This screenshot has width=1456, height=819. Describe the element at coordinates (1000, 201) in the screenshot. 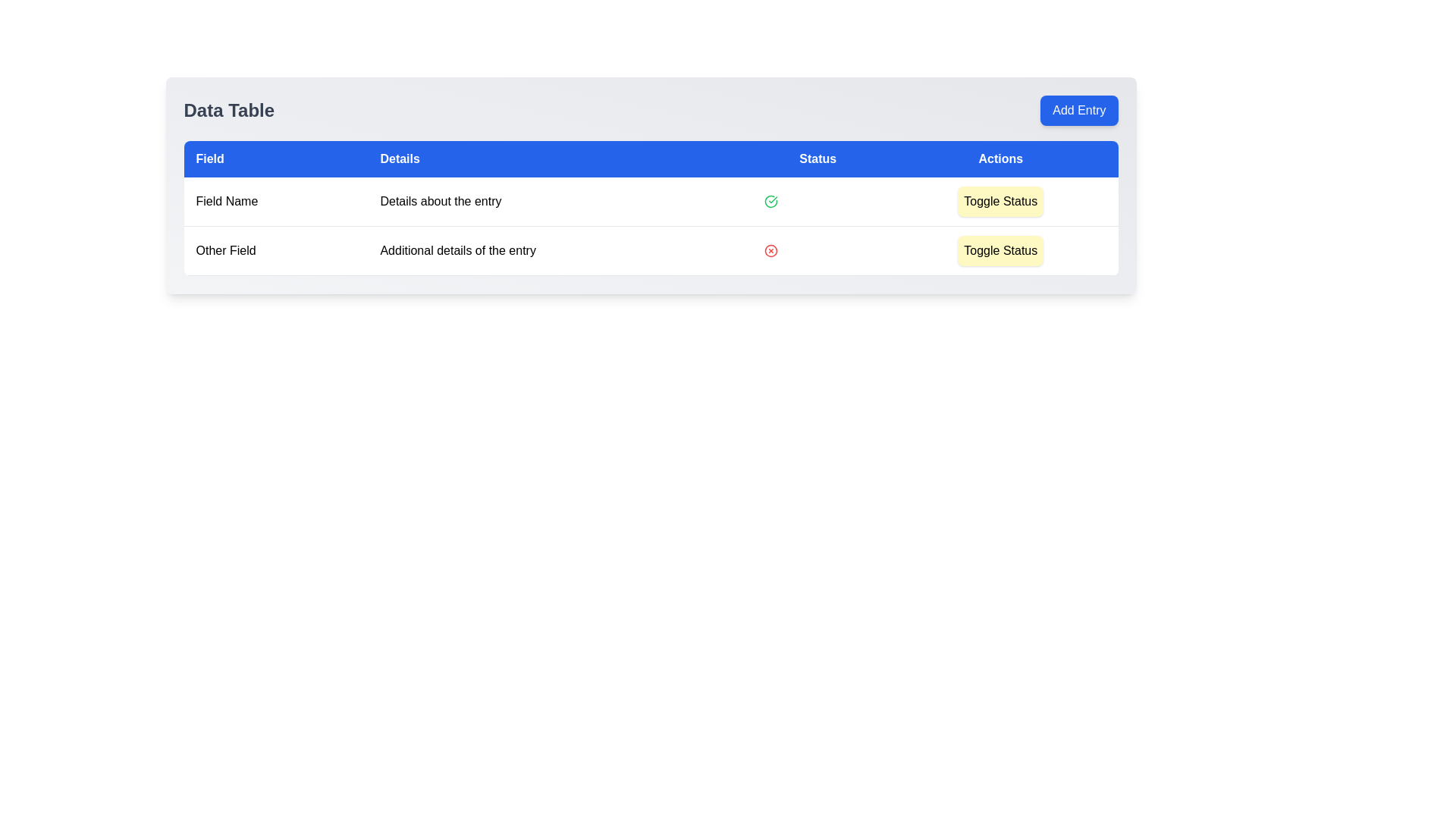

I see `the 'Toggle Status' button with a yellow background and black text, located in the 'Actions' column of the table` at that location.